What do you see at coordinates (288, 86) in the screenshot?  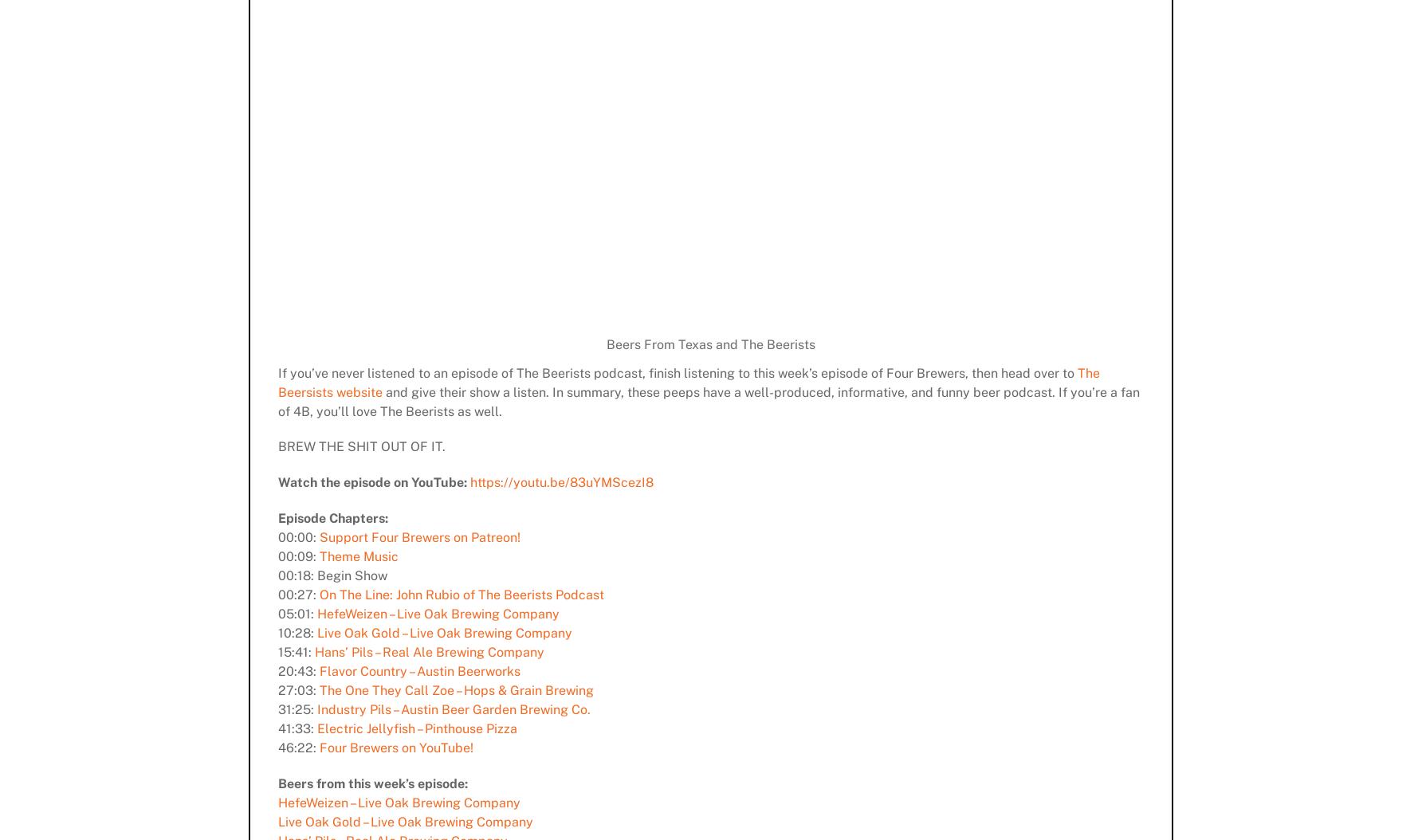 I see `'Leave a Reply'` at bounding box center [288, 86].